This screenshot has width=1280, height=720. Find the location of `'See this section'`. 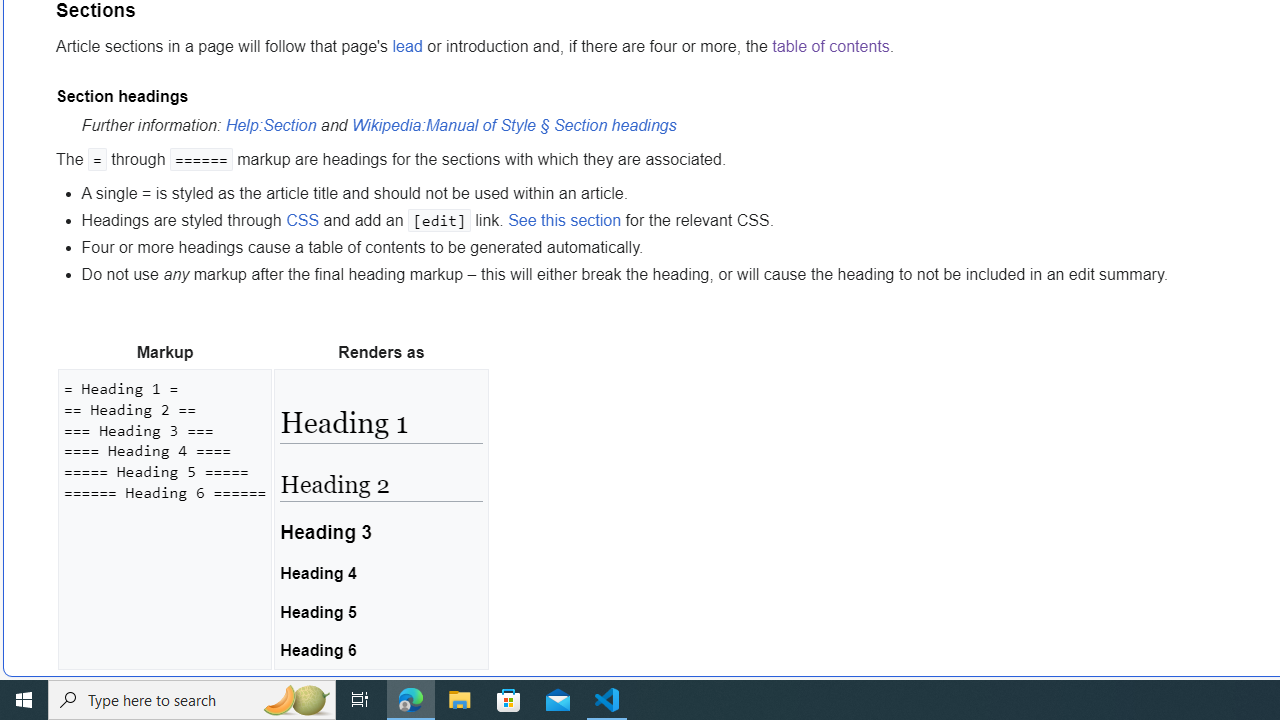

'See this section' is located at coordinates (564, 219).